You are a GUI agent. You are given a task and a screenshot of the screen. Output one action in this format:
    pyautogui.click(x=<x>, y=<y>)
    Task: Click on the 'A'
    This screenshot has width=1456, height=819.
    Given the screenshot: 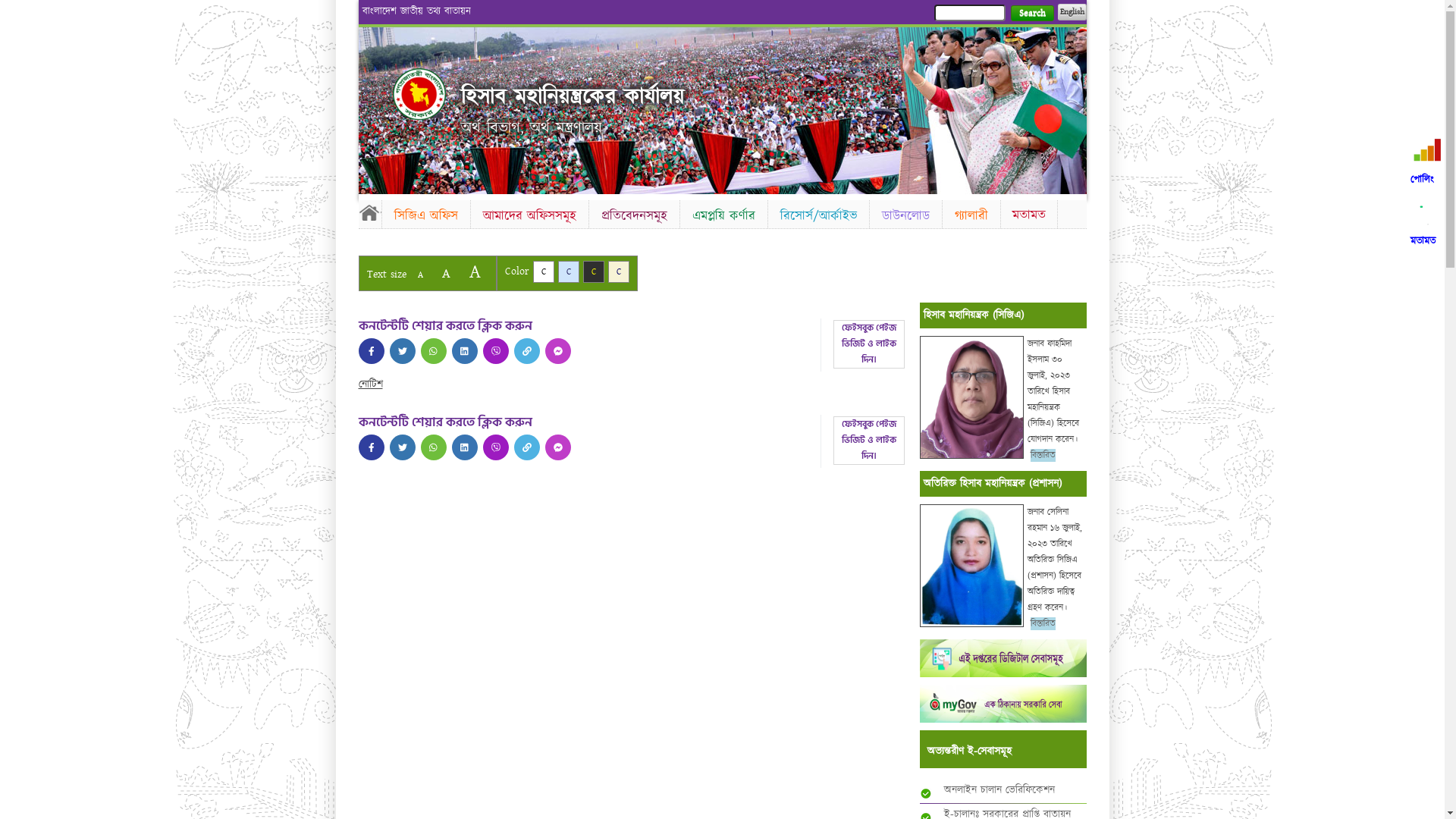 What is the action you would take?
    pyautogui.click(x=444, y=273)
    